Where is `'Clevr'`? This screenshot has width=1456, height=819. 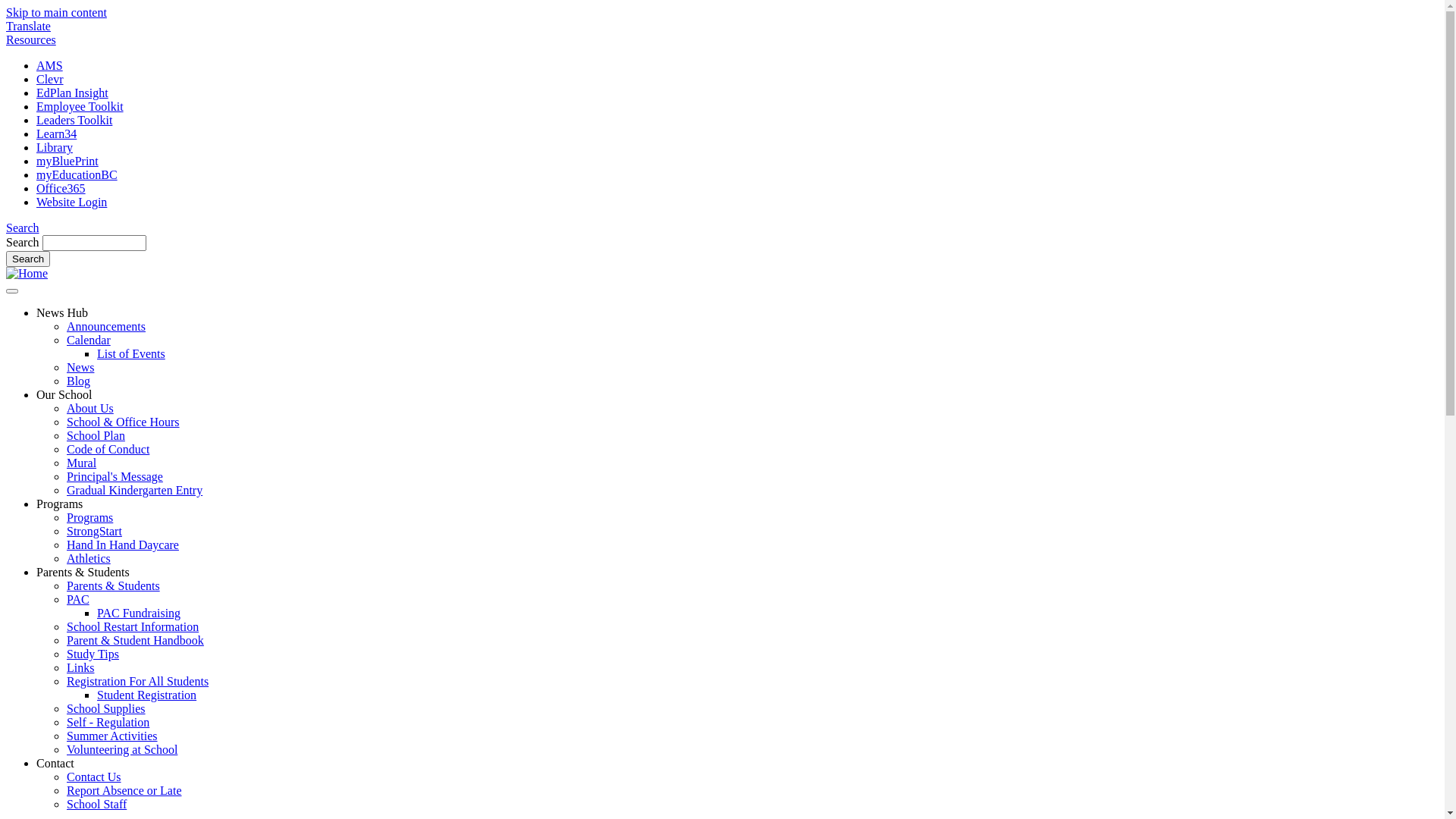 'Clevr' is located at coordinates (50, 79).